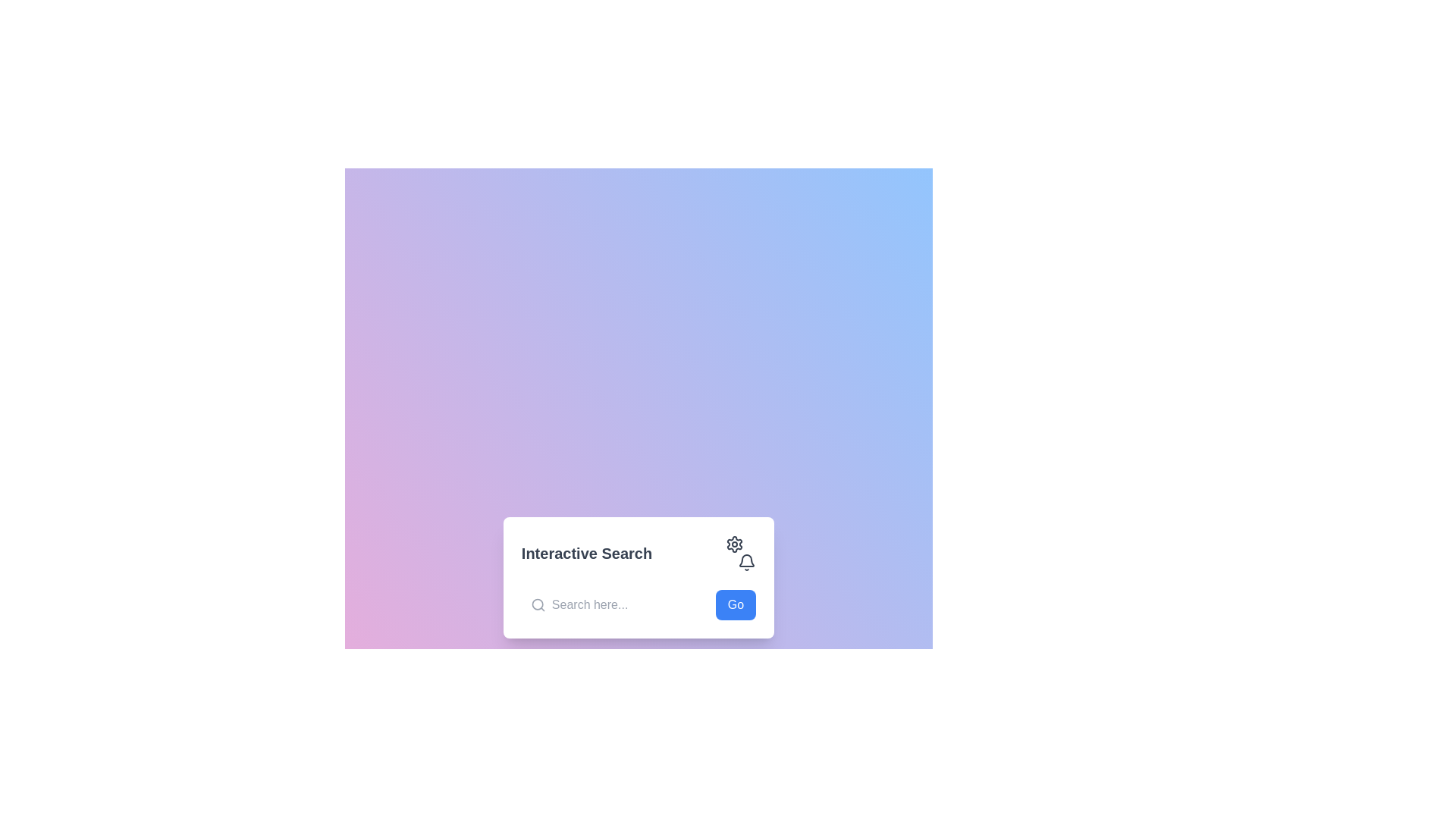 This screenshot has height=819, width=1456. What do you see at coordinates (736, 604) in the screenshot?
I see `the rounded rectangle button with a blue background and white text reading 'Go' to observe the color change effect` at bounding box center [736, 604].